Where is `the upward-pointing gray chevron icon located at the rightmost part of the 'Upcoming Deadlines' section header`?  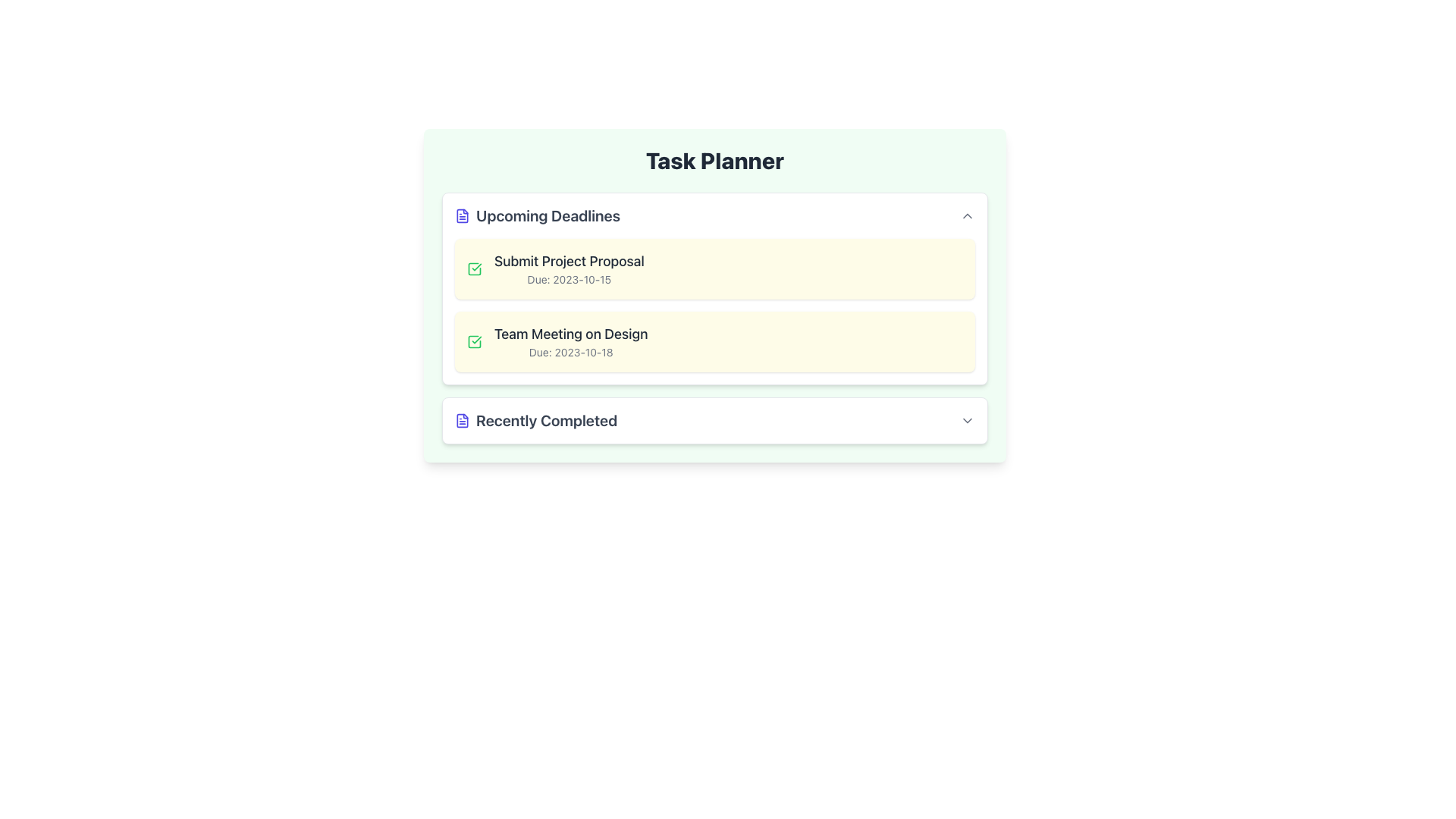 the upward-pointing gray chevron icon located at the rightmost part of the 'Upcoming Deadlines' section header is located at coordinates (967, 216).